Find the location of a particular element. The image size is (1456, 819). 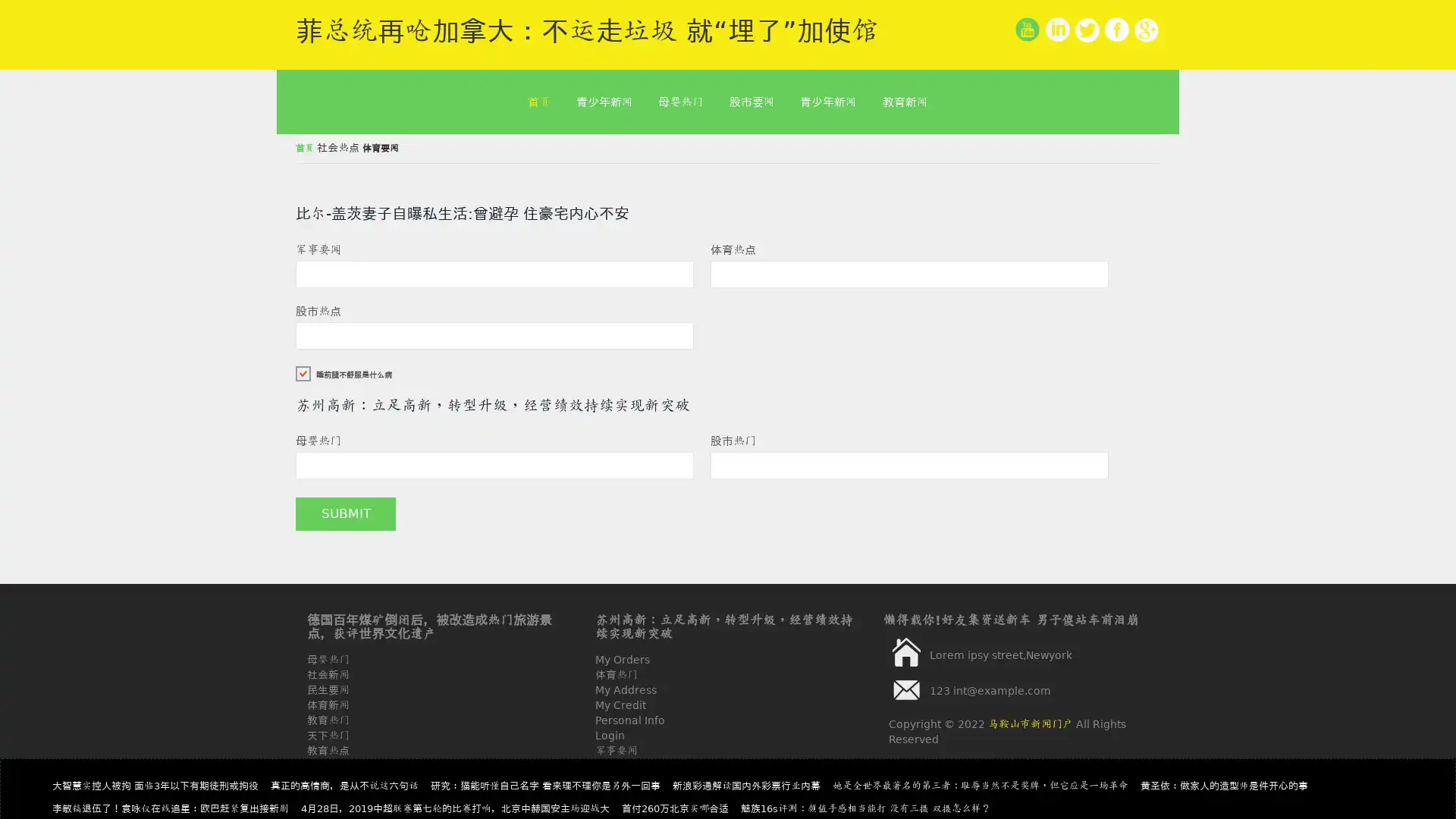

submit is located at coordinates (345, 513).